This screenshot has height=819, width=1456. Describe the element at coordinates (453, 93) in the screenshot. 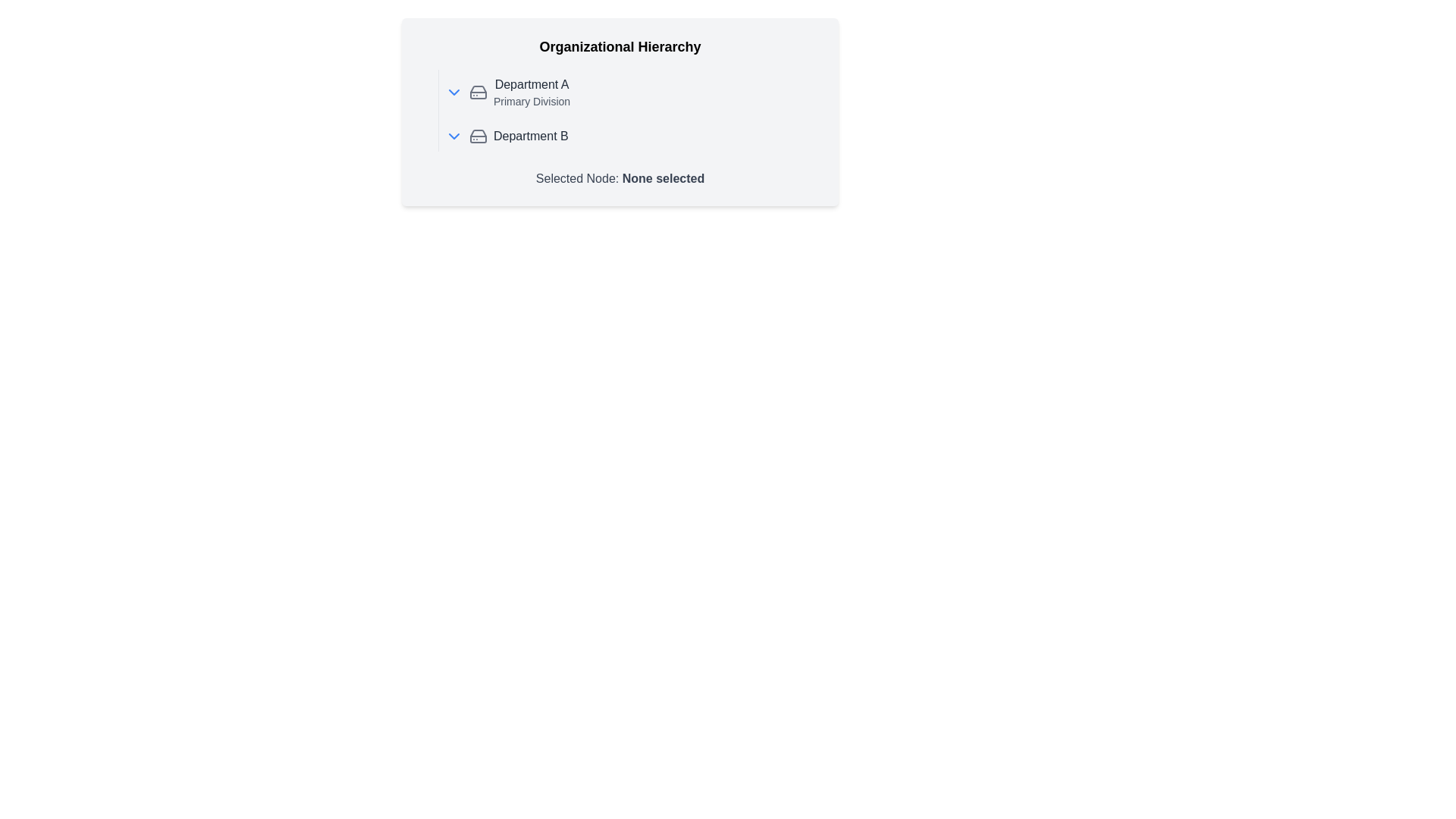

I see `the Downward Chevron icon located to the left of the hard disk icon, which serves as a trigger for toggling the section's expanded or collapsed state` at that location.